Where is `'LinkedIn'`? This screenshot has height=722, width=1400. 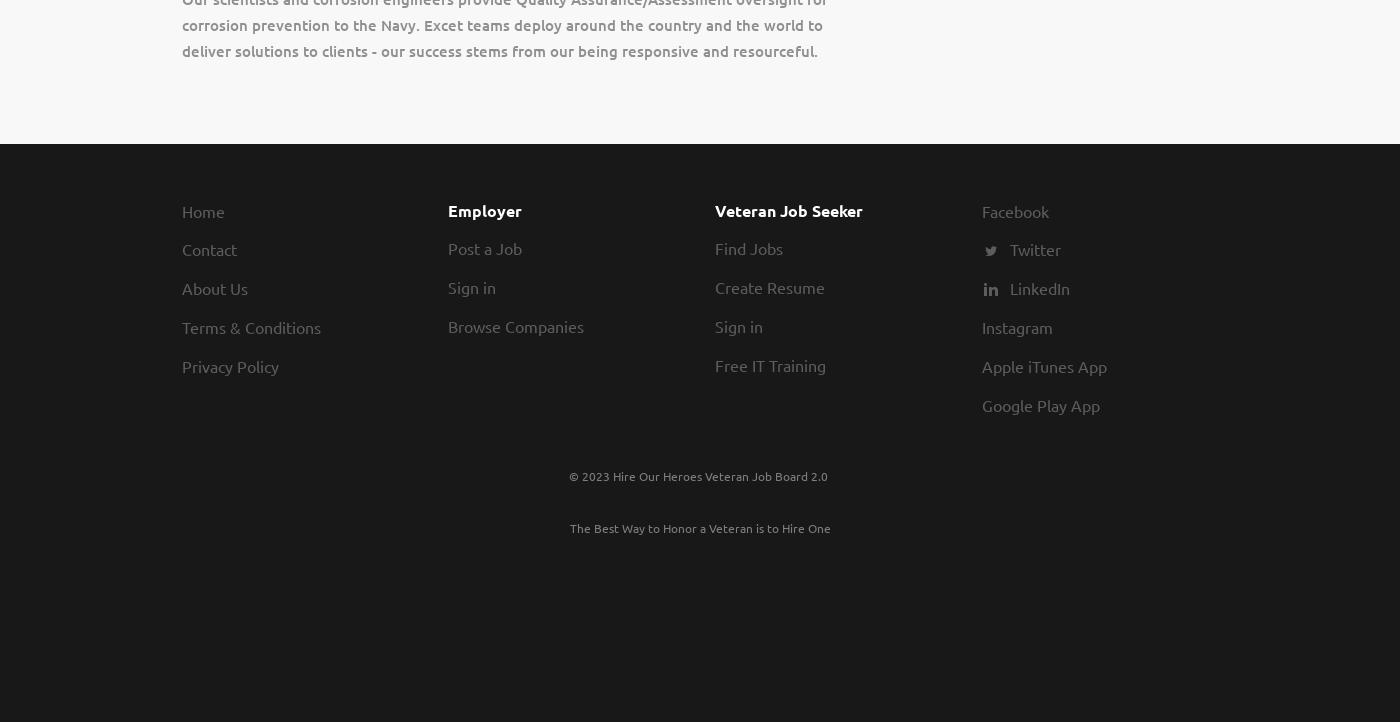 'LinkedIn' is located at coordinates (1038, 288).